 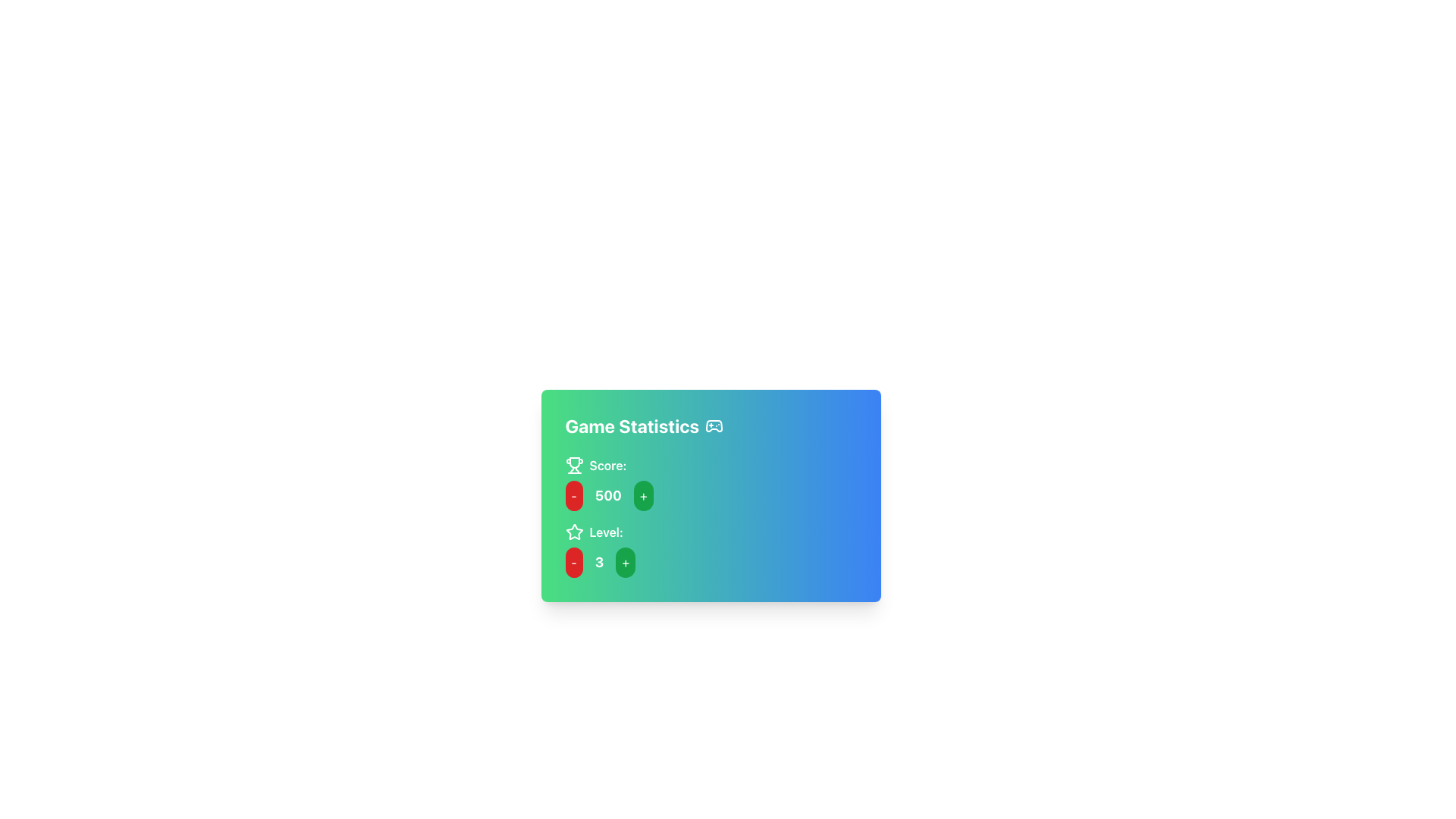 What do you see at coordinates (573, 531) in the screenshot?
I see `the star icon located next to the label 'Level:' in the Level section of the user interface` at bounding box center [573, 531].